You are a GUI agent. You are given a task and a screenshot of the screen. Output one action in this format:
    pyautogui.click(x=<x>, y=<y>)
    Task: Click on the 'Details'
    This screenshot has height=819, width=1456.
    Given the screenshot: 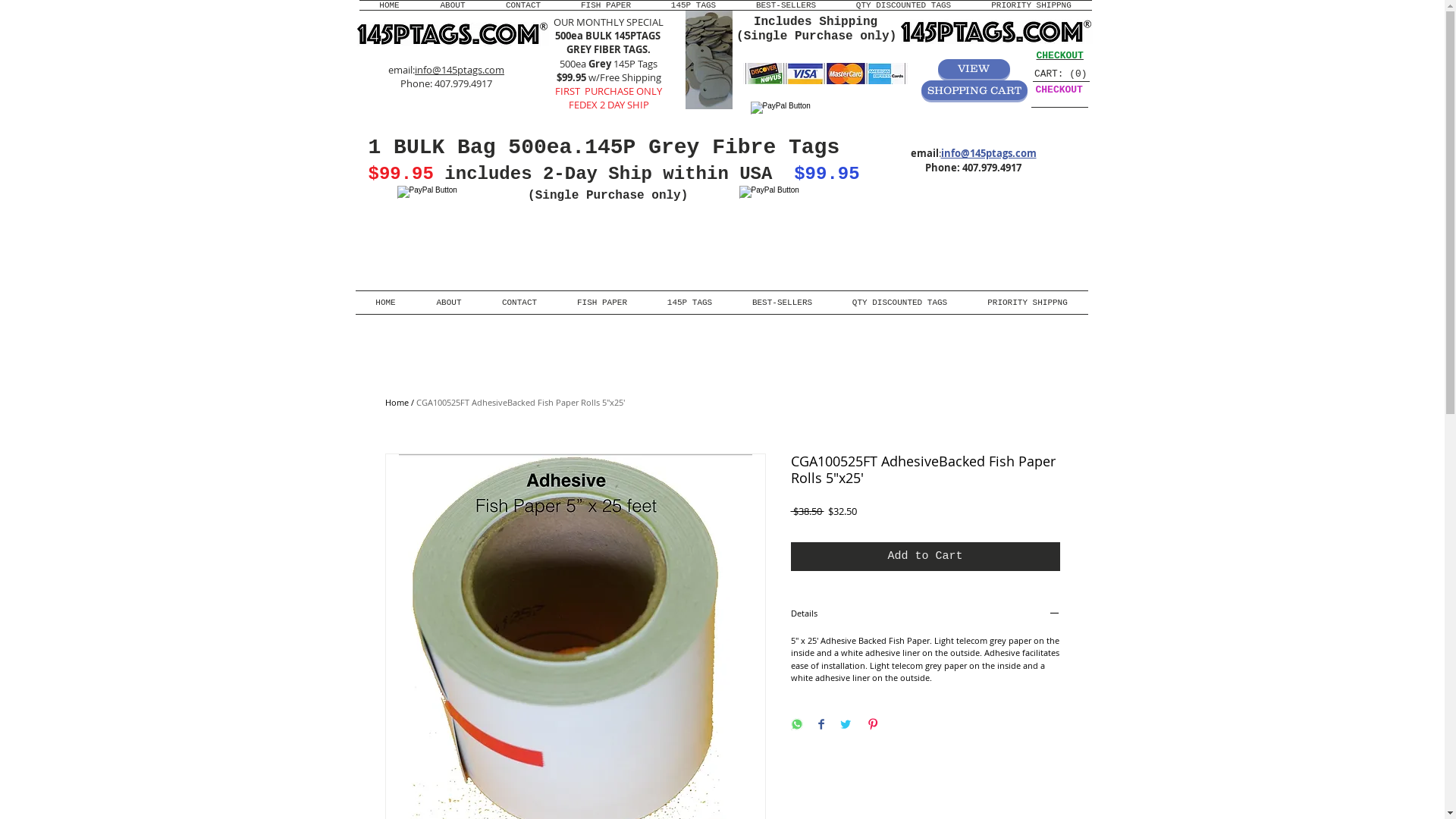 What is the action you would take?
    pyautogui.click(x=924, y=614)
    